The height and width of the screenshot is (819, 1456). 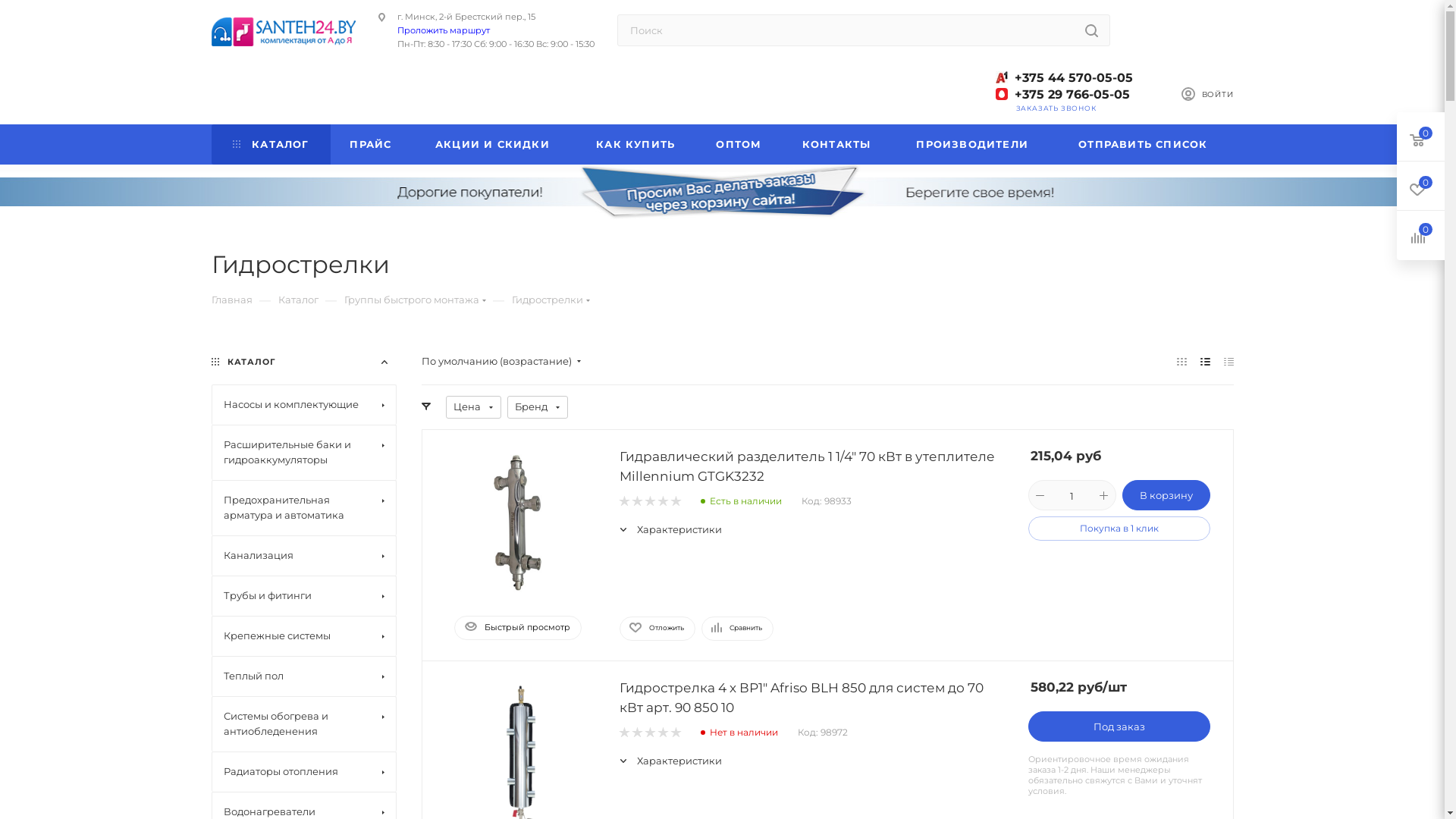 I want to click on 'a1-min.jpg', so click(x=1001, y=77).